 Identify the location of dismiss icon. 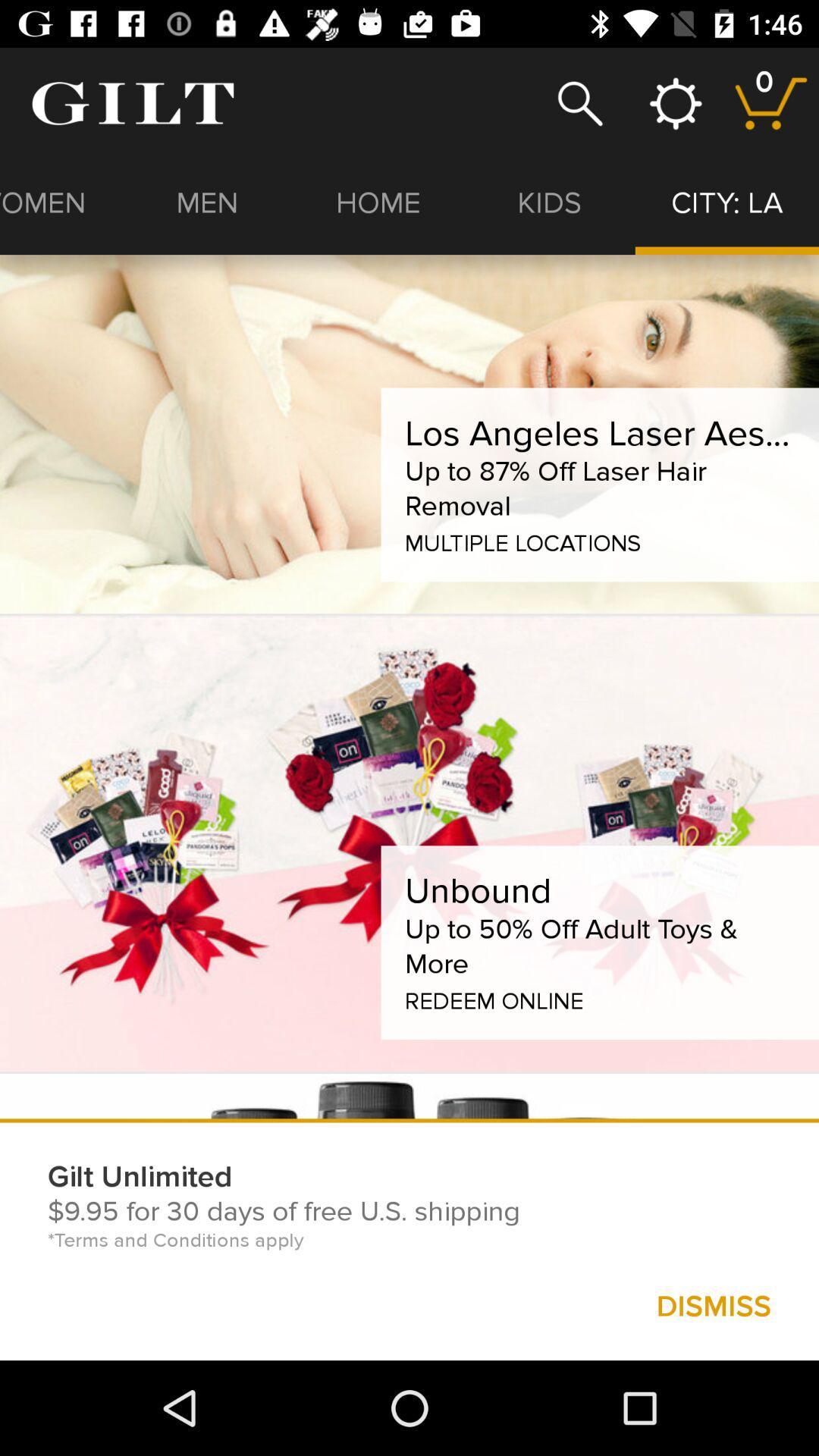
(714, 1305).